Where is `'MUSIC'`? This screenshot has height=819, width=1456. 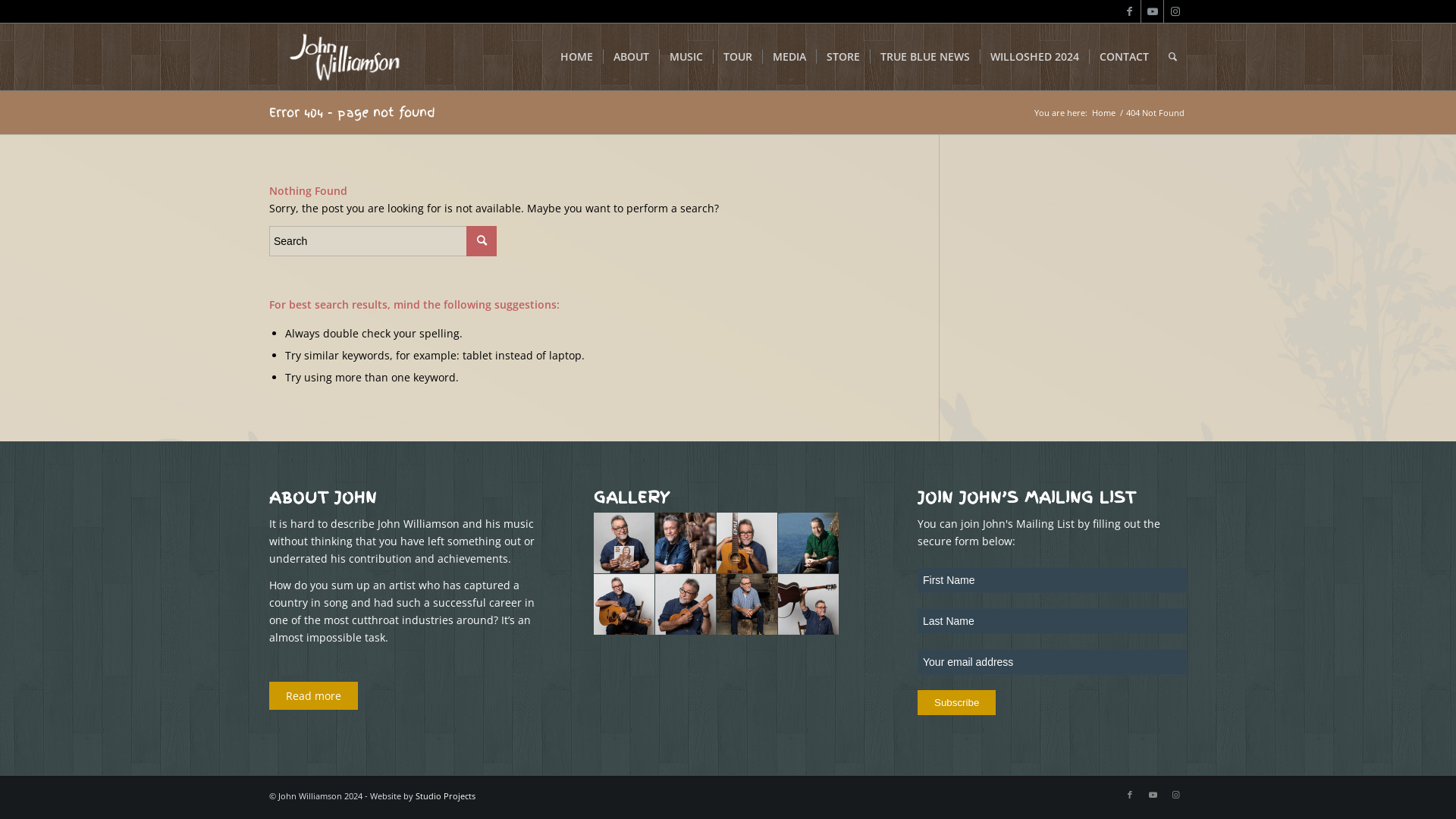
'MUSIC' is located at coordinates (685, 55).